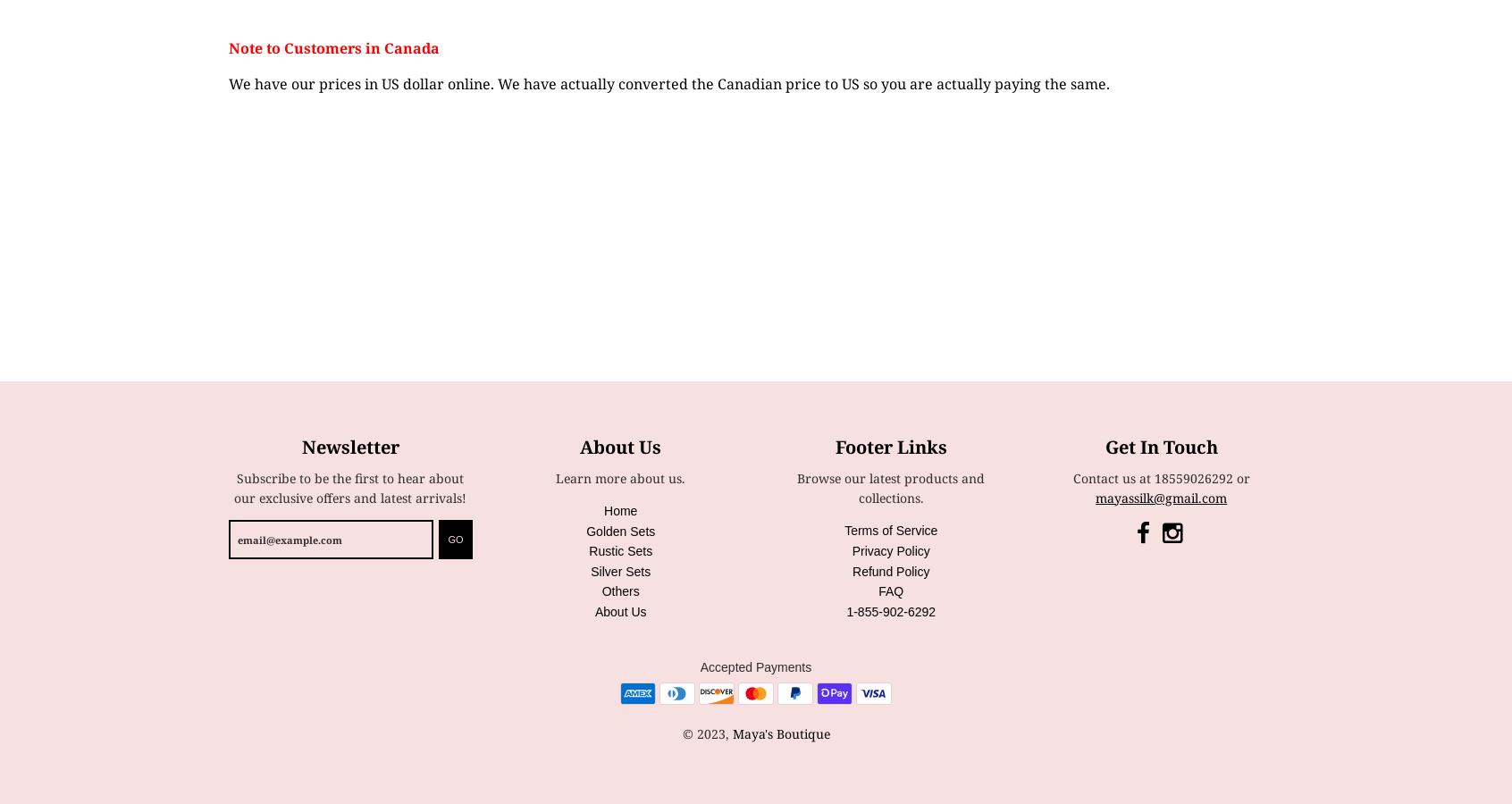 The image size is (1512, 804). Describe the element at coordinates (1160, 496) in the screenshot. I see `'mayassilk@gmail.com'` at that location.